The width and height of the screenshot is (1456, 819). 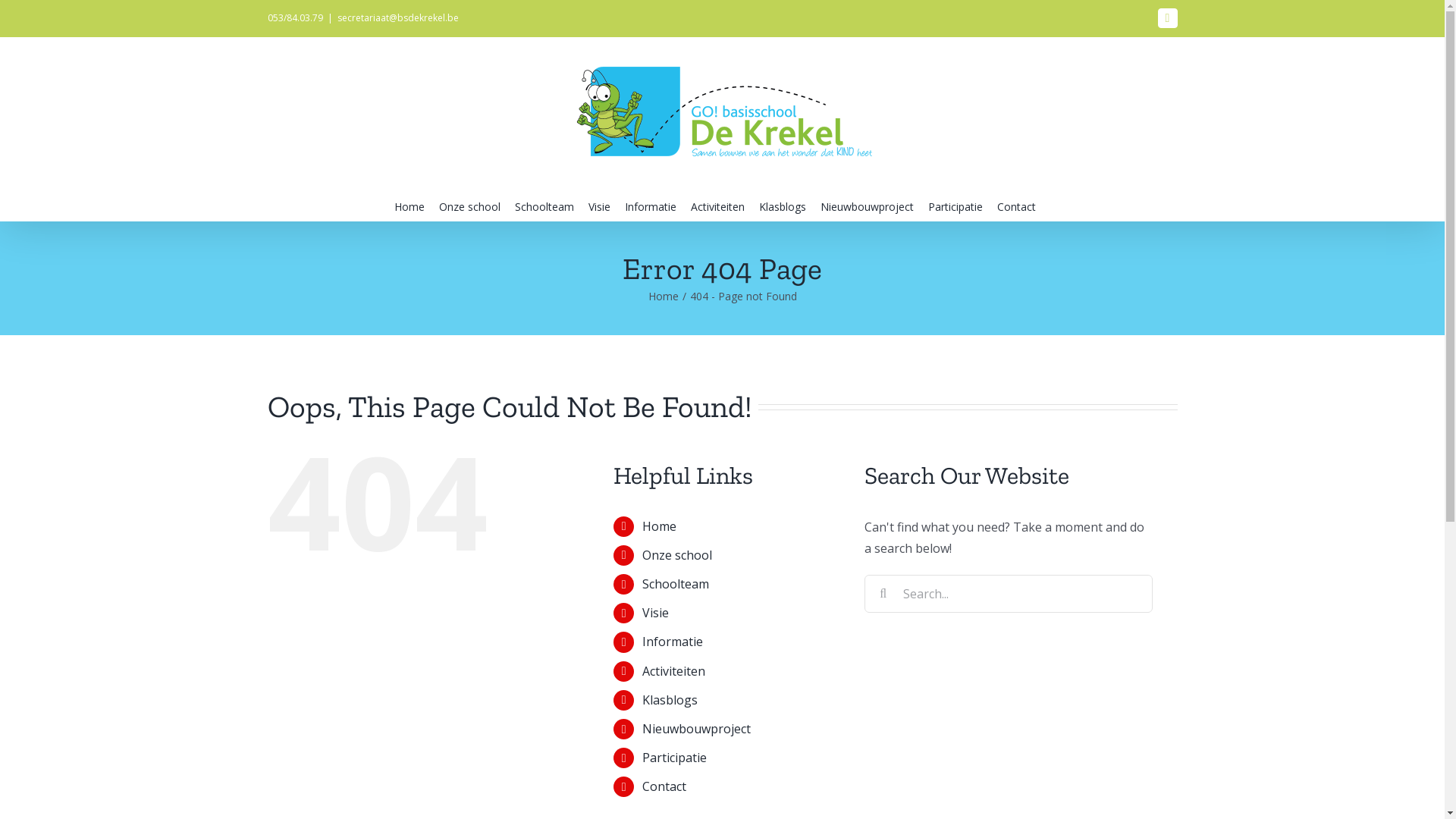 What do you see at coordinates (669, 699) in the screenshot?
I see `'Klasblogs'` at bounding box center [669, 699].